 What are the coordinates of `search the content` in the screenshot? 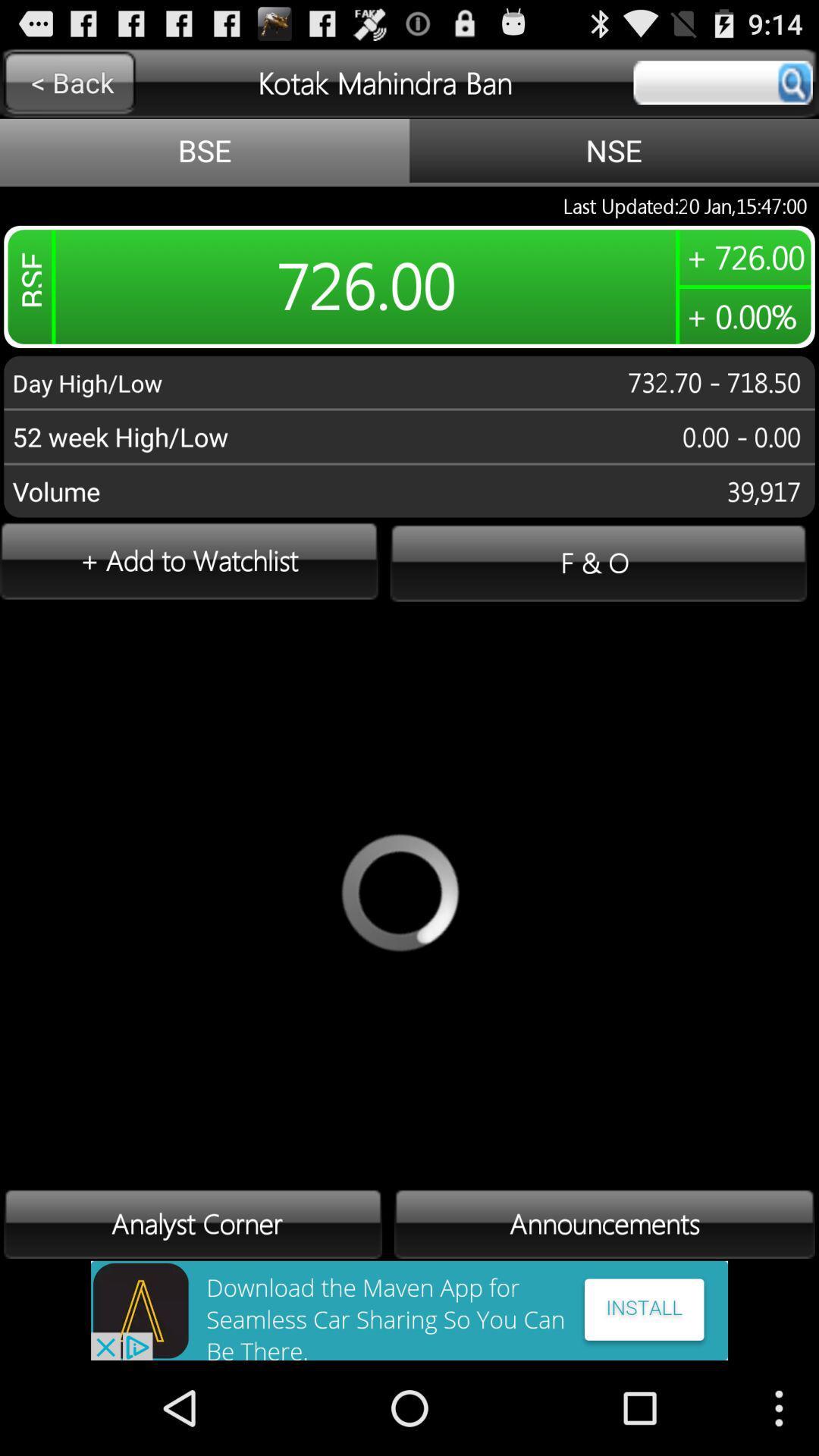 It's located at (722, 82).